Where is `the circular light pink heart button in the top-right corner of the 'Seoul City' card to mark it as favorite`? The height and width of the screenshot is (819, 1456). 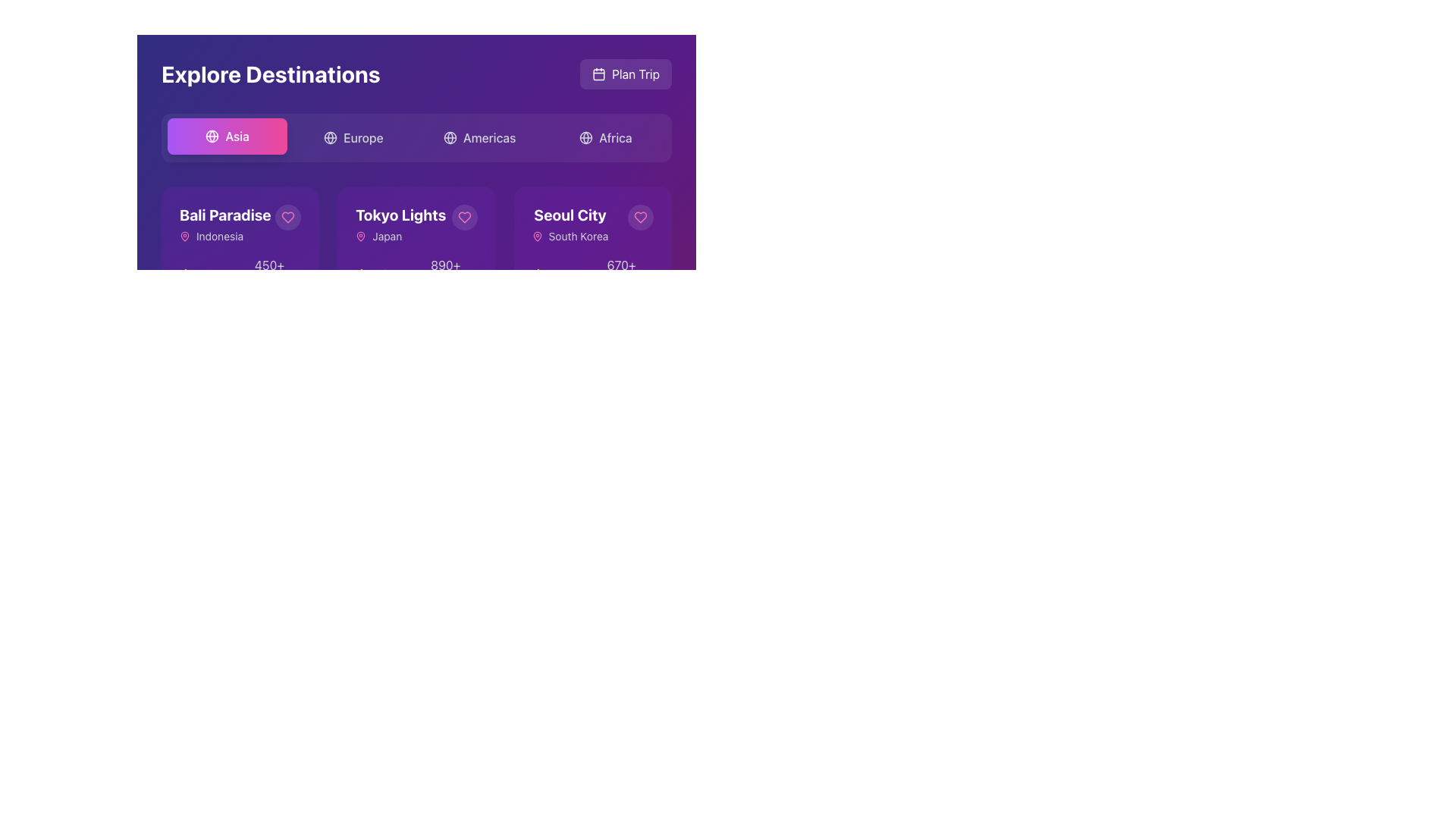 the circular light pink heart button in the top-right corner of the 'Seoul City' card to mark it as favorite is located at coordinates (640, 217).